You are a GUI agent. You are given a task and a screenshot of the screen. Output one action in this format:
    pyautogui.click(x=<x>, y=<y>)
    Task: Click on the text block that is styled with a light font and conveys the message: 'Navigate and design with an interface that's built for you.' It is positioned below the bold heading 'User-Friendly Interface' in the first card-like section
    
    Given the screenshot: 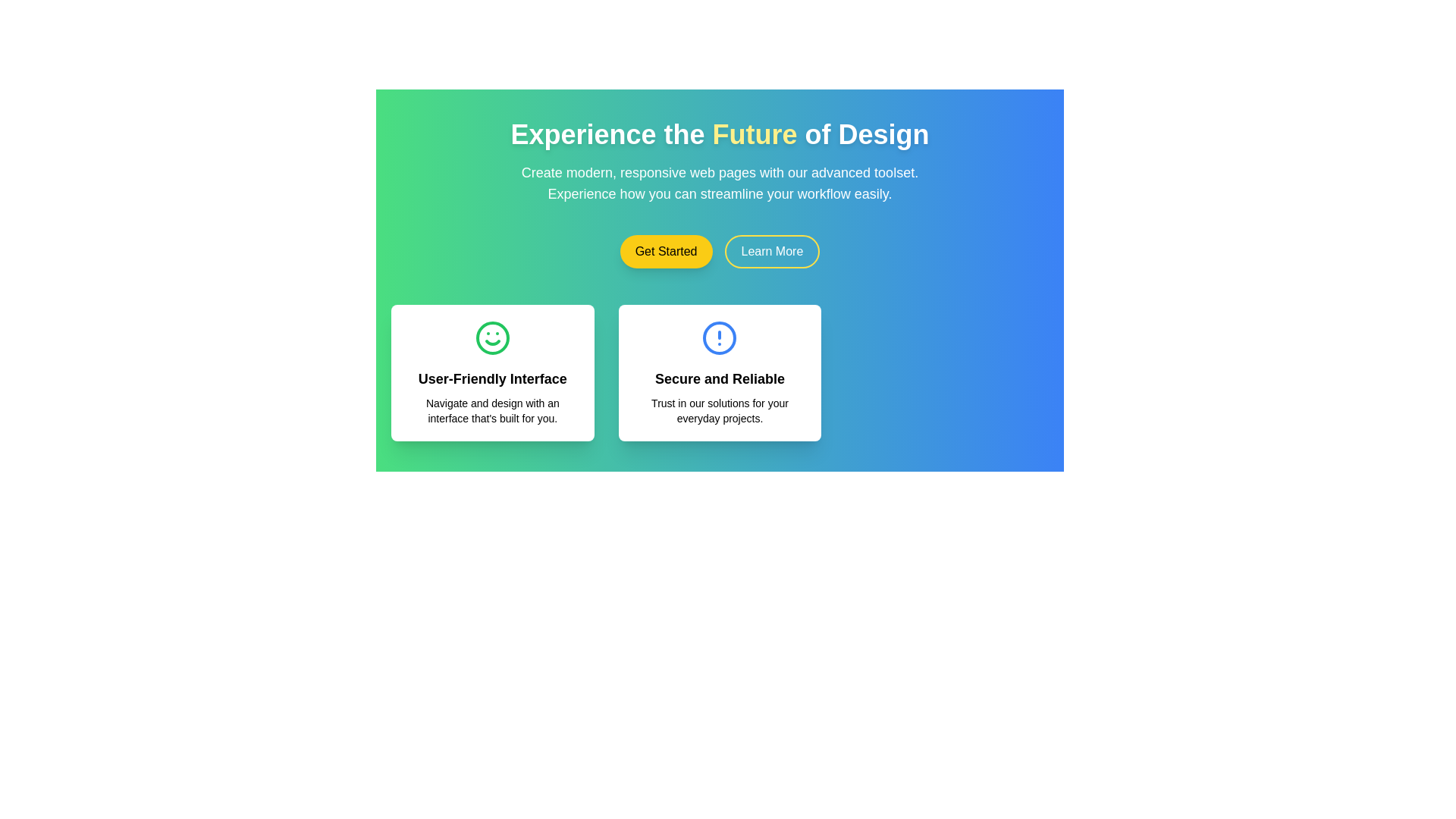 What is the action you would take?
    pyautogui.click(x=492, y=411)
    